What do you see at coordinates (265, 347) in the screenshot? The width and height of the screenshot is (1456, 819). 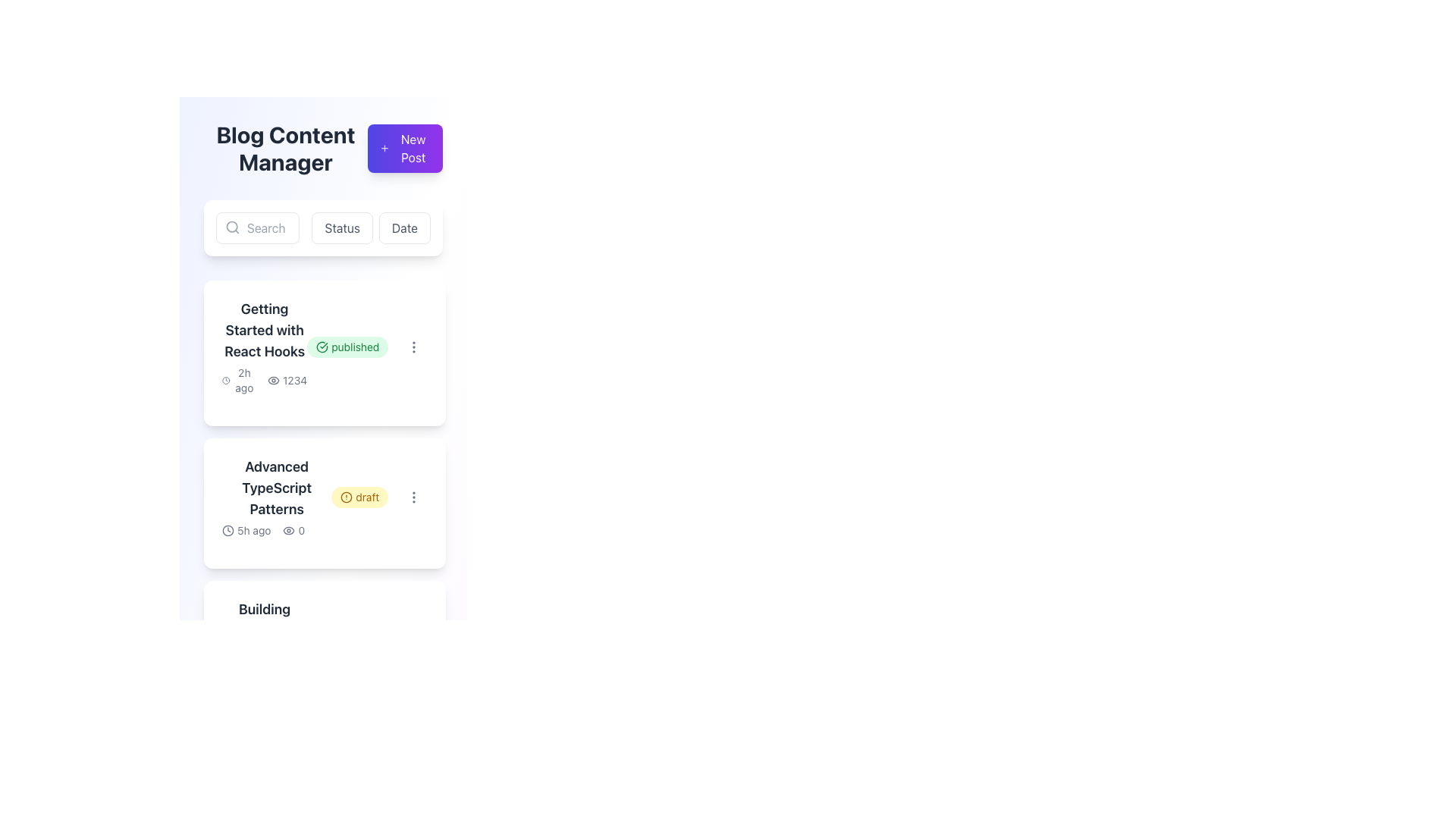 I see `the Textual content block that serves as a descriptive summary for a blog post, located at the top of the first listing in the 'Blog Content Manager' interface` at bounding box center [265, 347].